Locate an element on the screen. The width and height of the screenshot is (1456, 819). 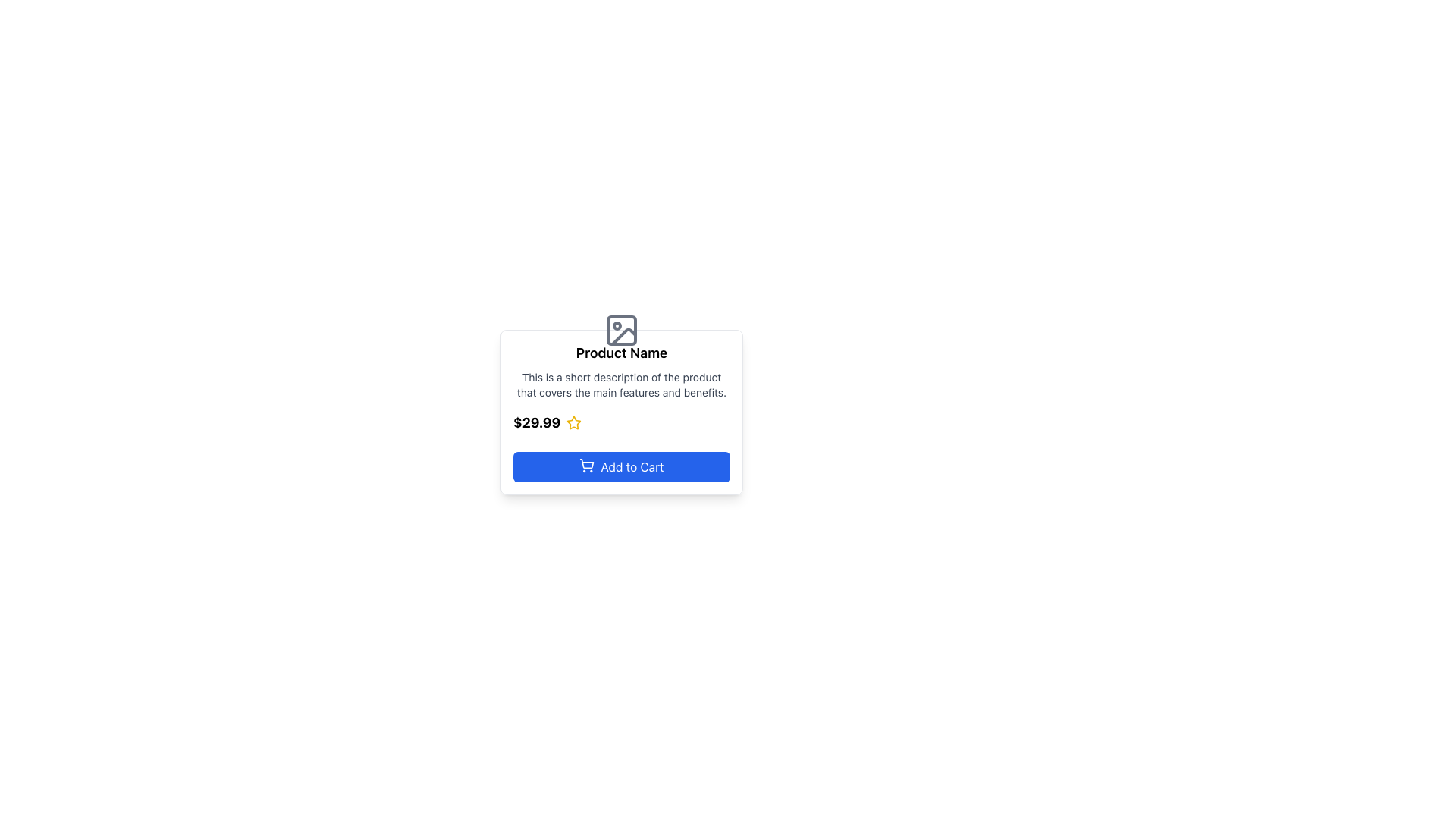
the slanted line vector graphic that resembles an image or photo content icon, located in the lower right corner of the image placeholder's bounding box is located at coordinates (623, 335).